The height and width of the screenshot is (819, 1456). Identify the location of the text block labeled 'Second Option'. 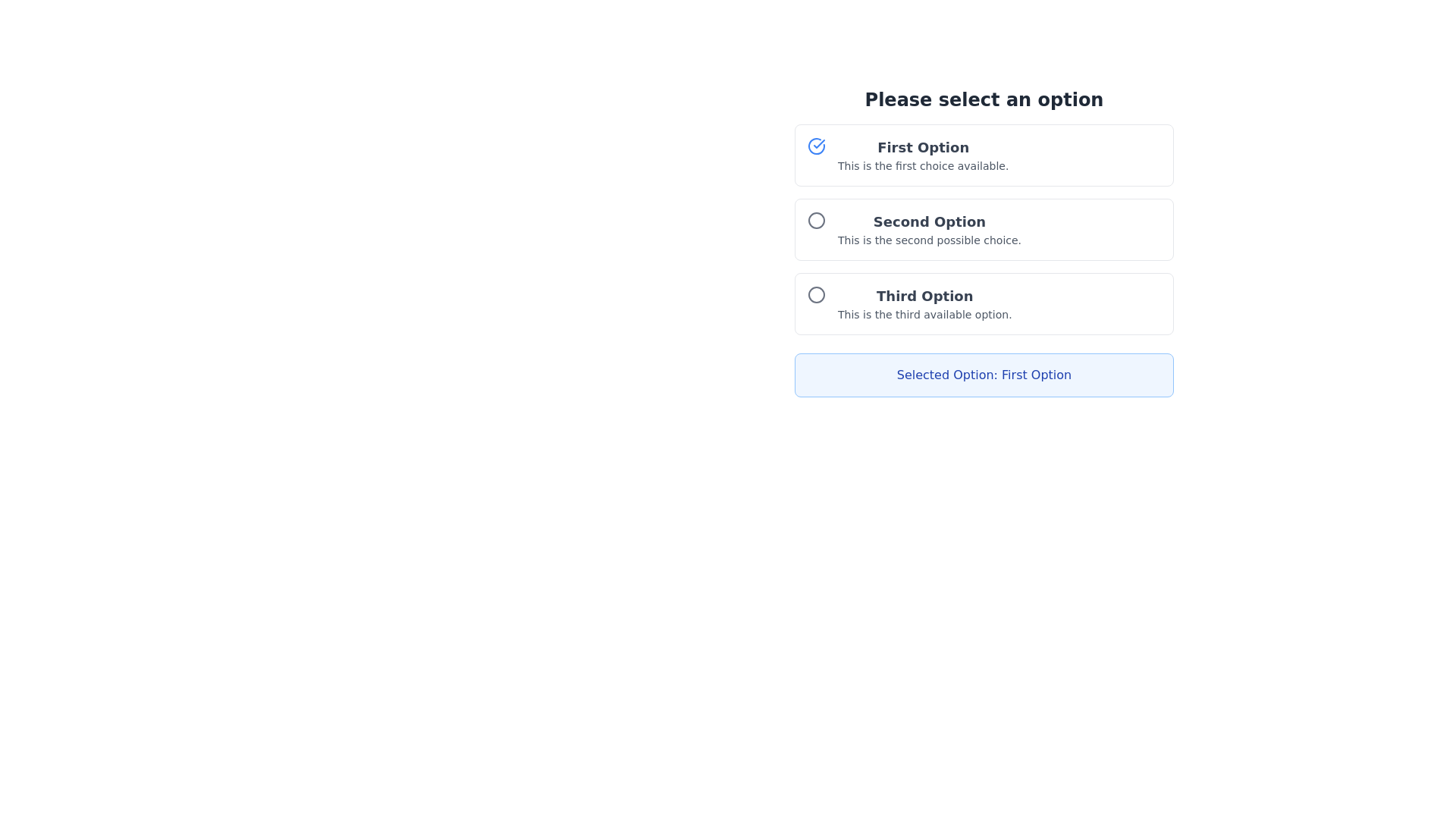
(929, 230).